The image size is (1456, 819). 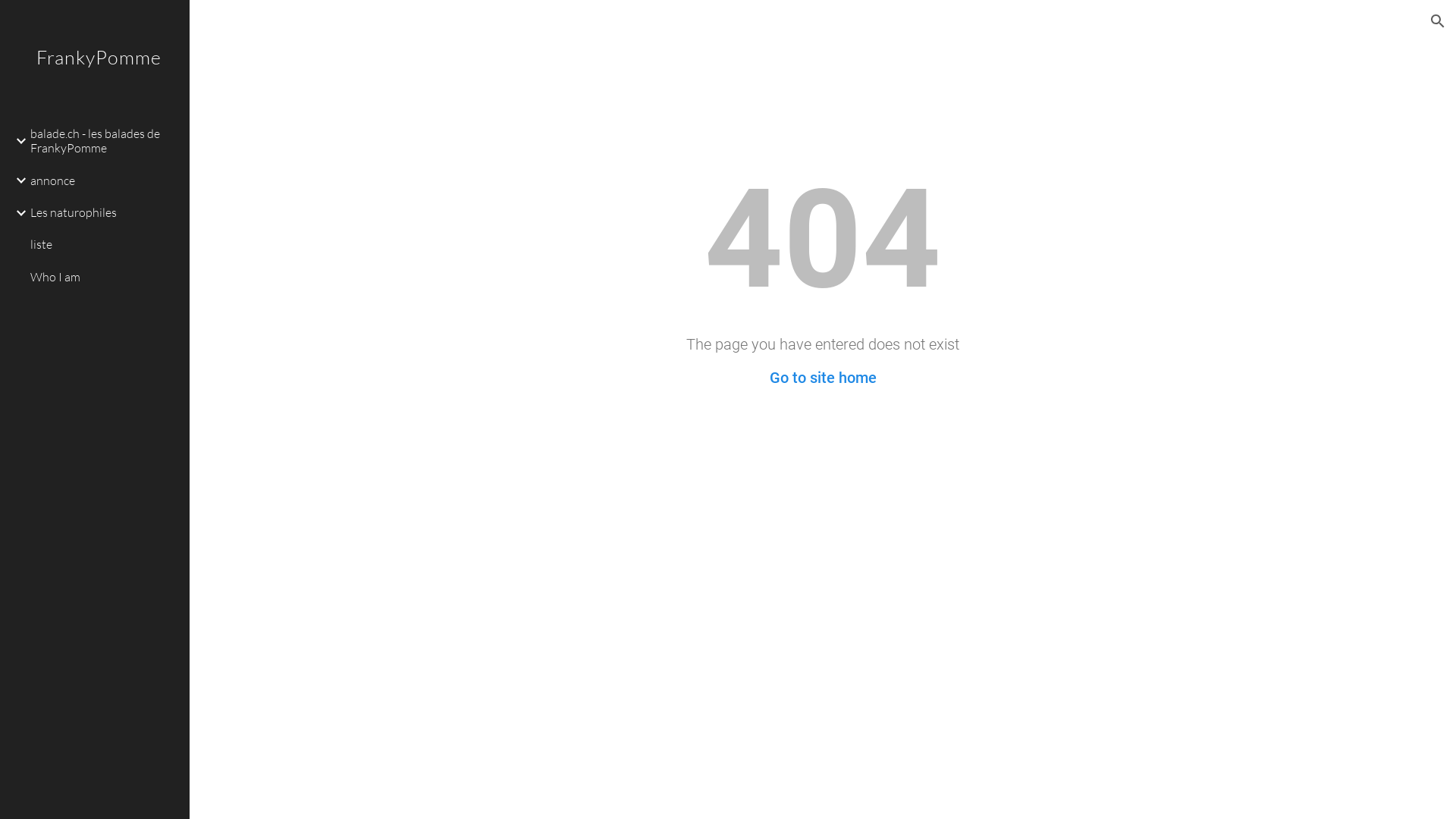 What do you see at coordinates (27, 244) in the screenshot?
I see `'liste'` at bounding box center [27, 244].